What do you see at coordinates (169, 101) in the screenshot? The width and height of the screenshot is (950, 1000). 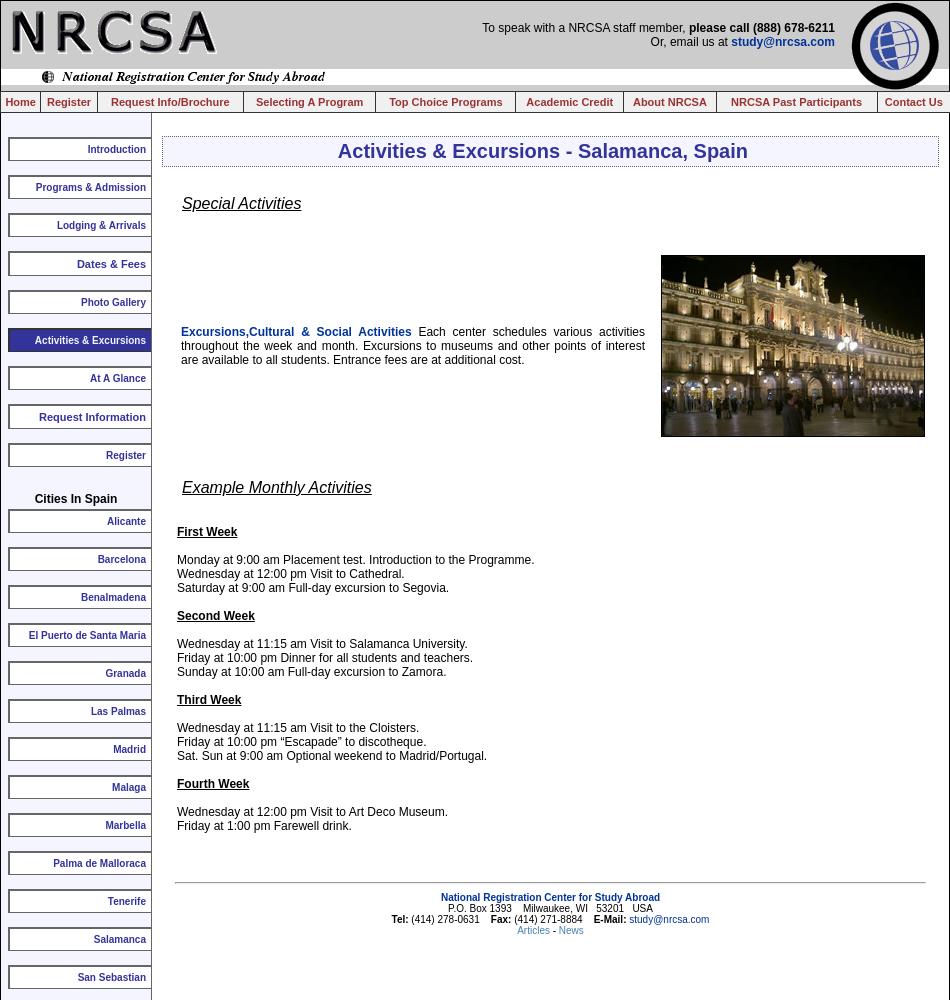 I see `'Request Info/Brochure'` at bounding box center [169, 101].